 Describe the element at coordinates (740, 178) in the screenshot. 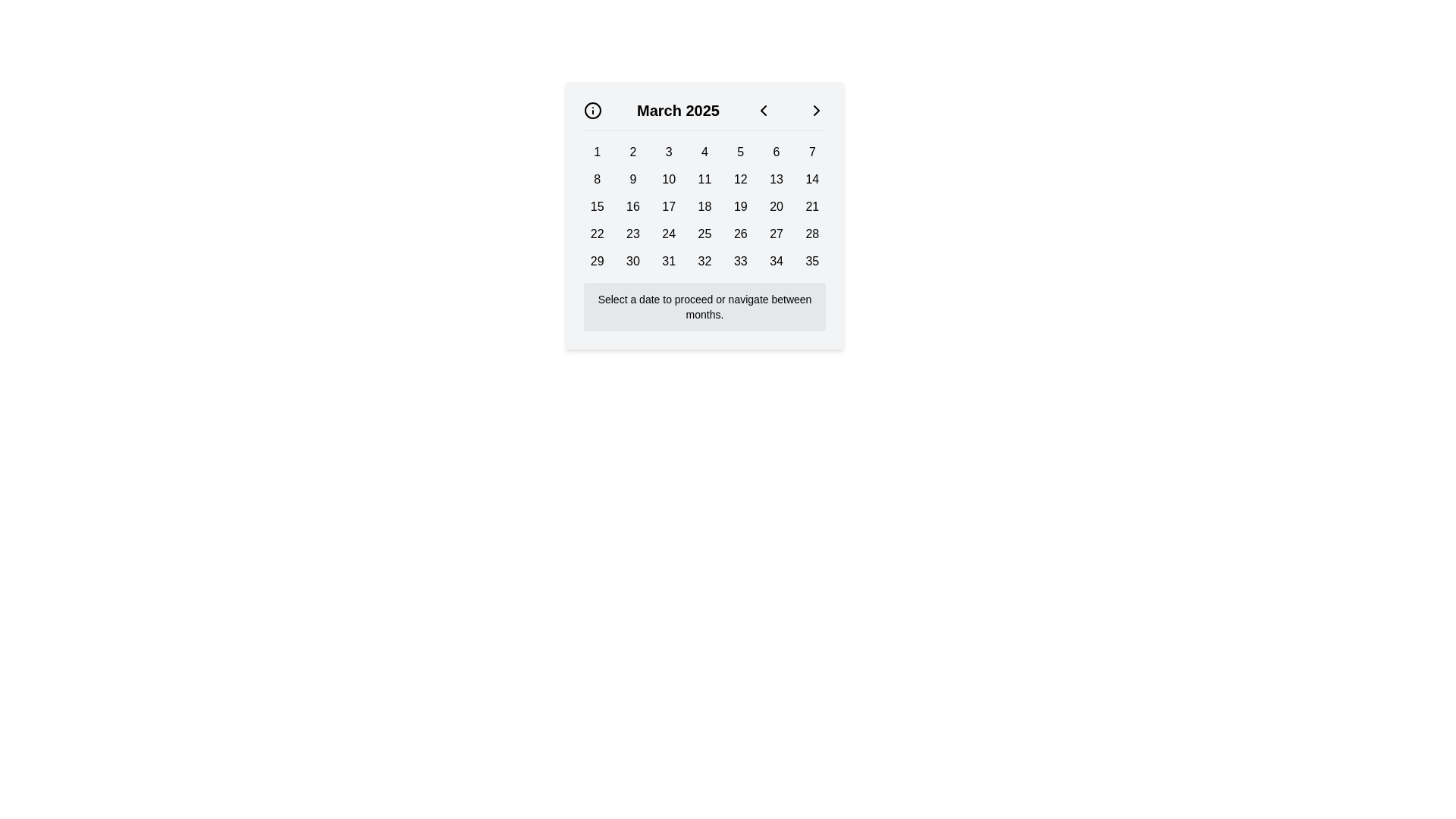

I see `the button representing the 12th day in the calendar interface` at that location.